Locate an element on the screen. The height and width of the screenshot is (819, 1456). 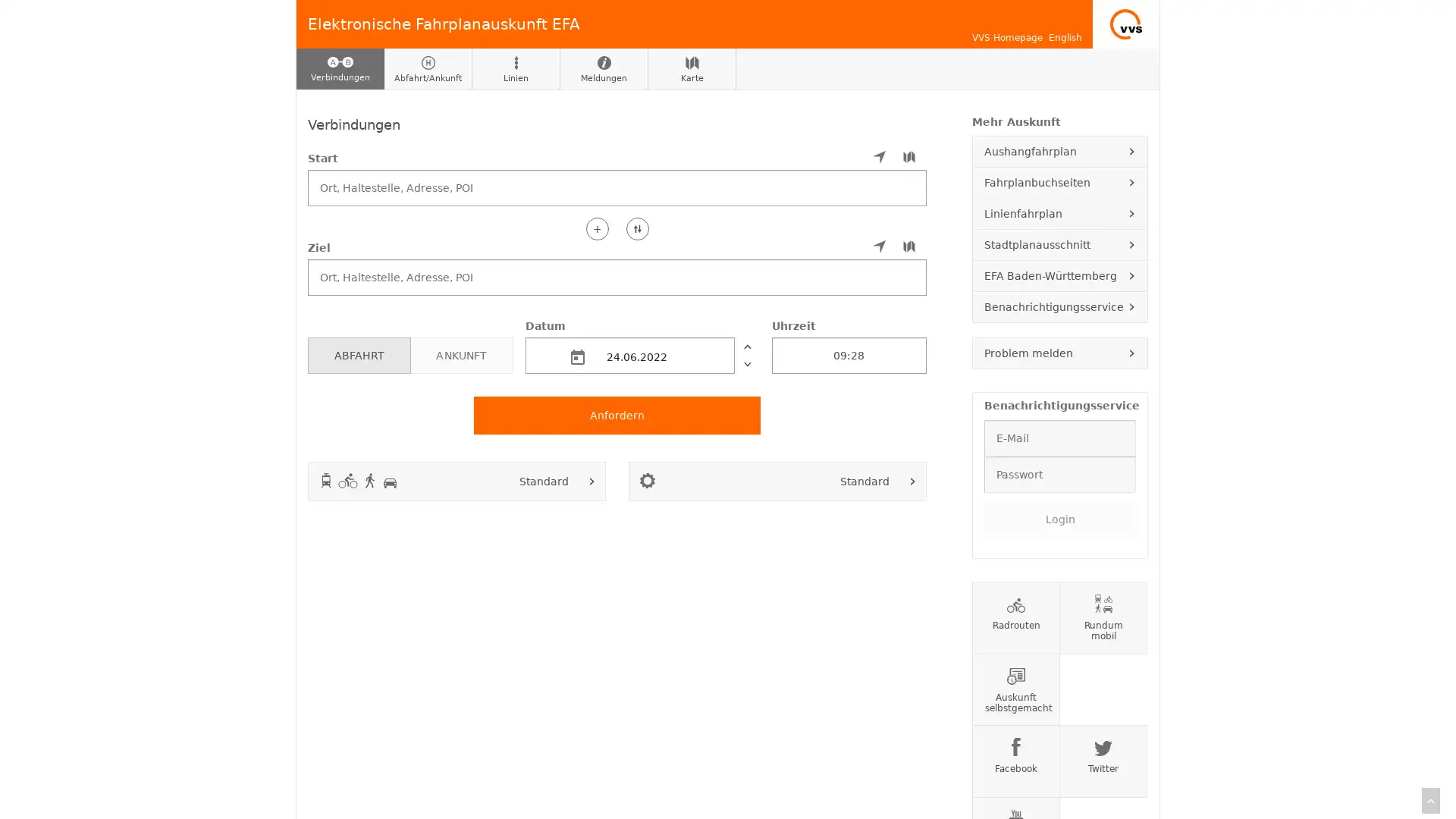
Anfordern is located at coordinates (617, 415).